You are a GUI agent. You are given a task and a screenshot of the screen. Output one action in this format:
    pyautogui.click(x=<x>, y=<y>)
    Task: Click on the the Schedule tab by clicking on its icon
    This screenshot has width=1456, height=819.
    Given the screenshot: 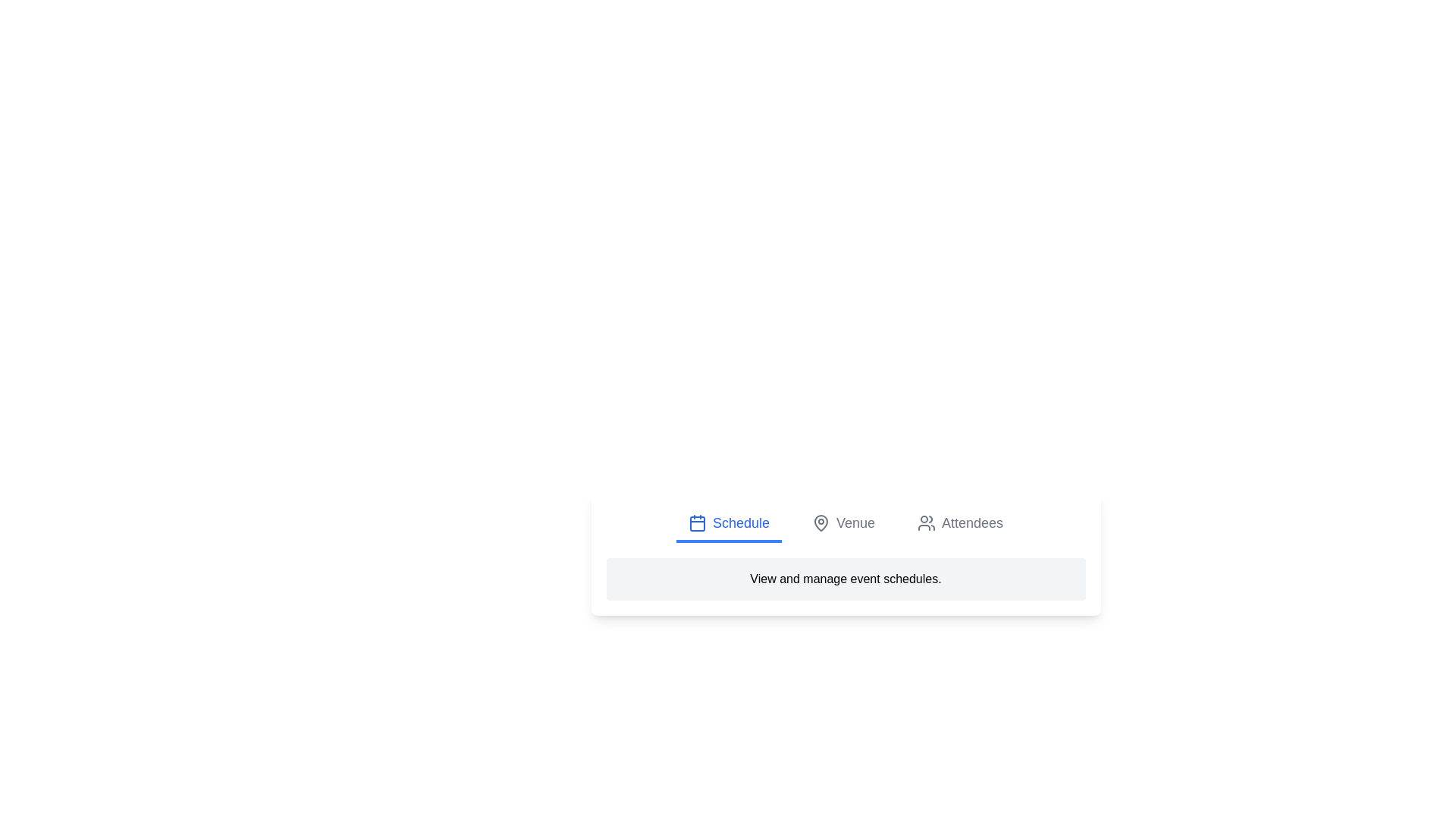 What is the action you would take?
    pyautogui.click(x=696, y=522)
    